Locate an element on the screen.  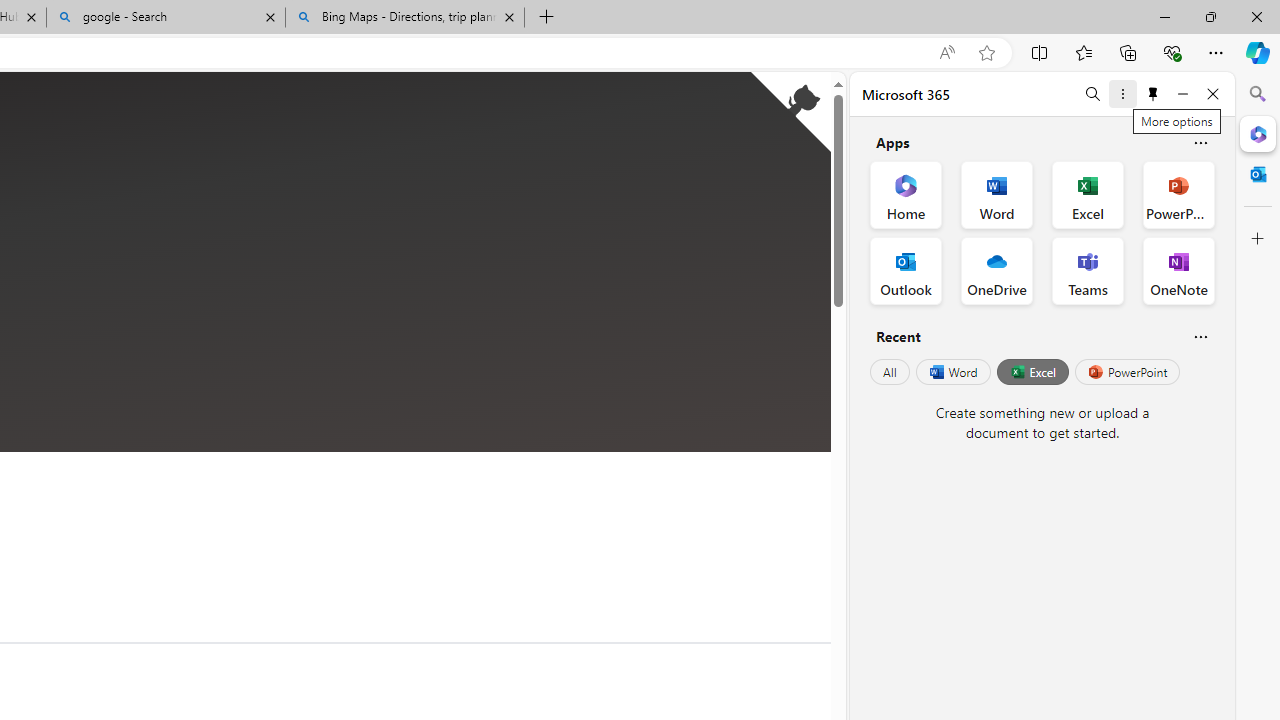
'Outlook Office App' is located at coordinates (905, 271).